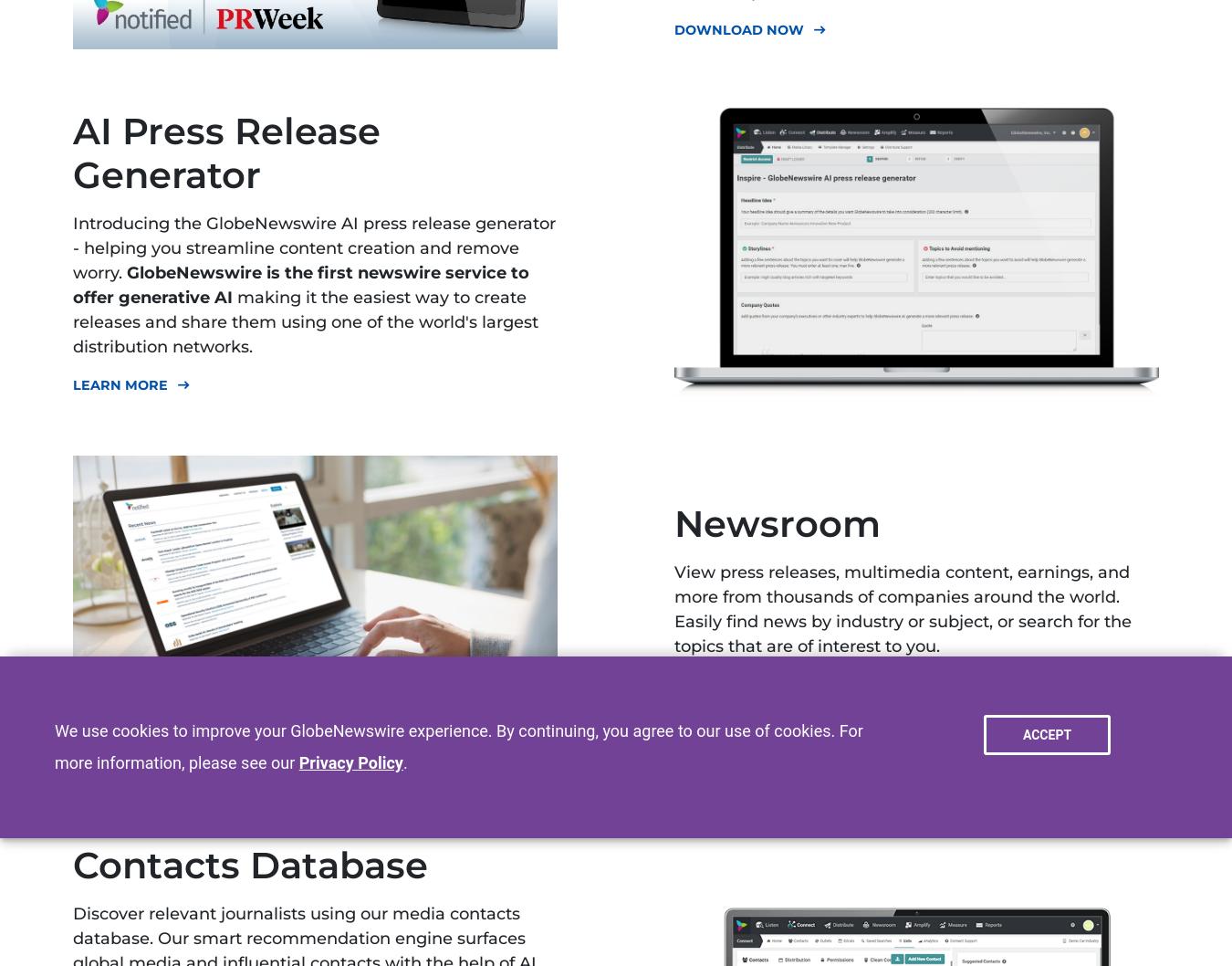 The width and height of the screenshot is (1232, 966). What do you see at coordinates (739, 30) in the screenshot?
I see `'Download Now'` at bounding box center [739, 30].